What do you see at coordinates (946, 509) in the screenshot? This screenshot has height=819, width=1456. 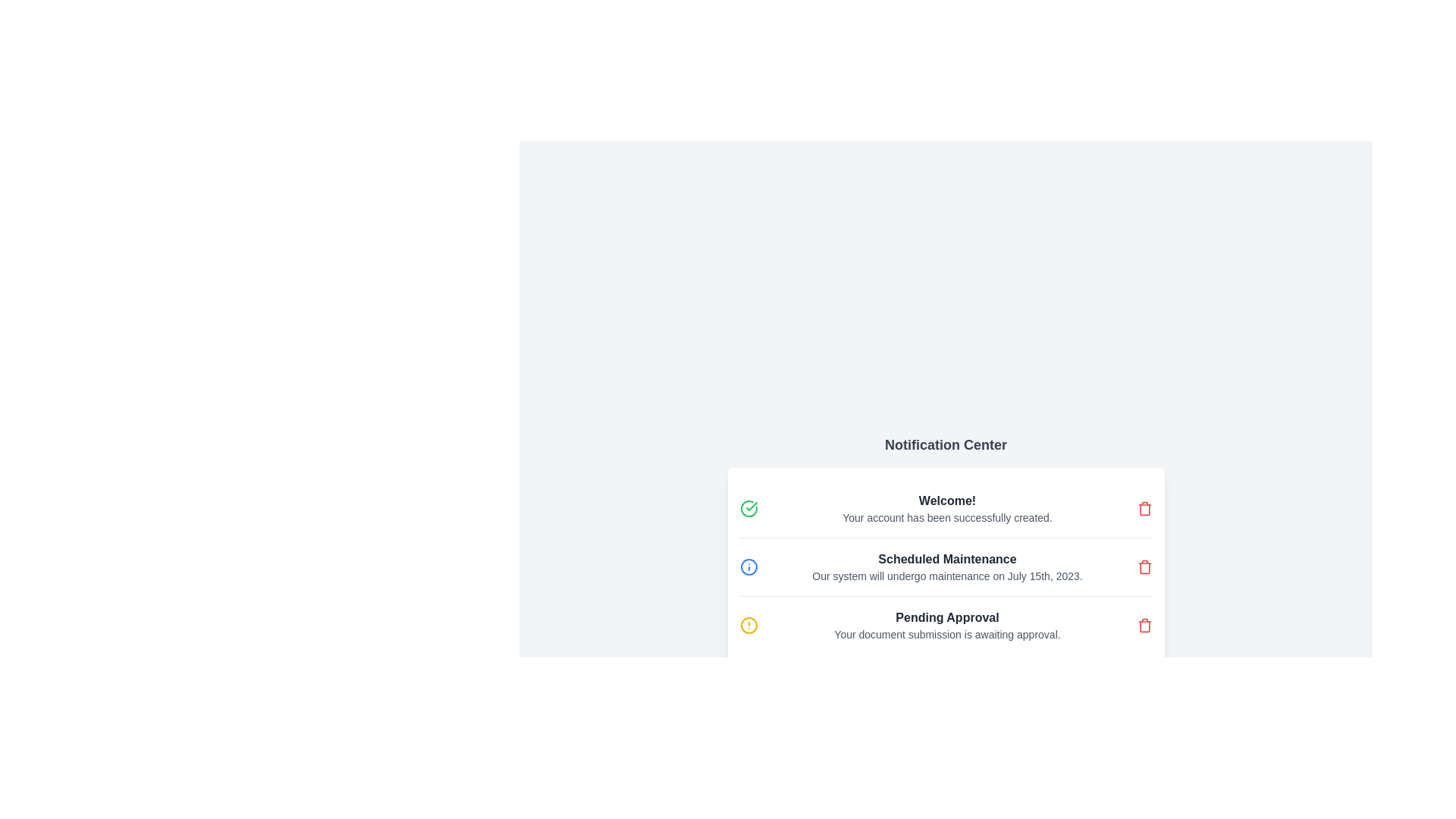 I see `the text-based notification indicating successful account creation, which is the first entry in the Notification Center located below a green checkmark icon` at bounding box center [946, 509].